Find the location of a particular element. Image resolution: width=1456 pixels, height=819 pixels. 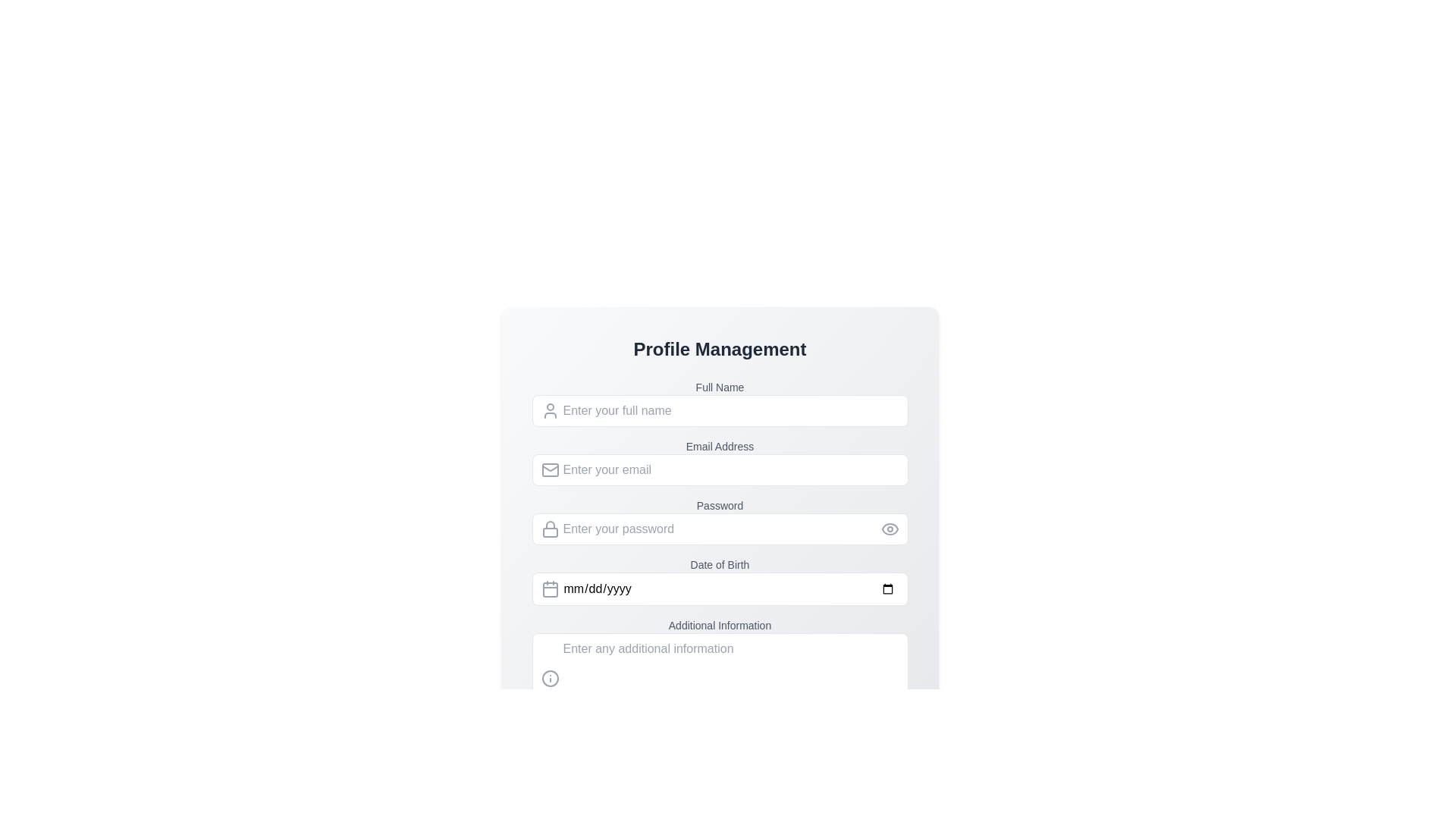

the Decorative circular SVG element located near the bottom-left of the 'Additional Information' text input field is located at coordinates (549, 677).